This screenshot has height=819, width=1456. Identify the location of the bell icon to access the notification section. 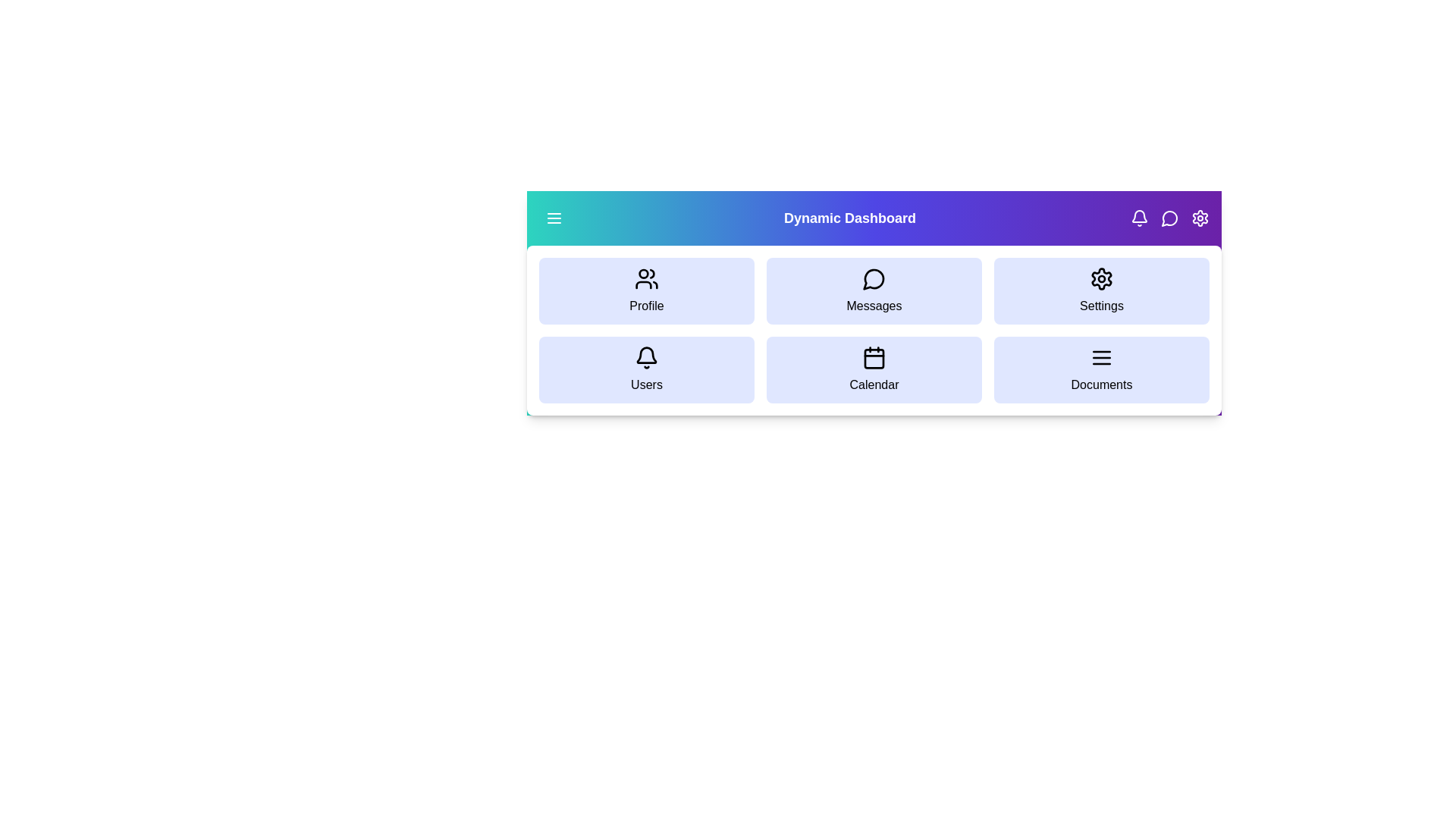
(1139, 218).